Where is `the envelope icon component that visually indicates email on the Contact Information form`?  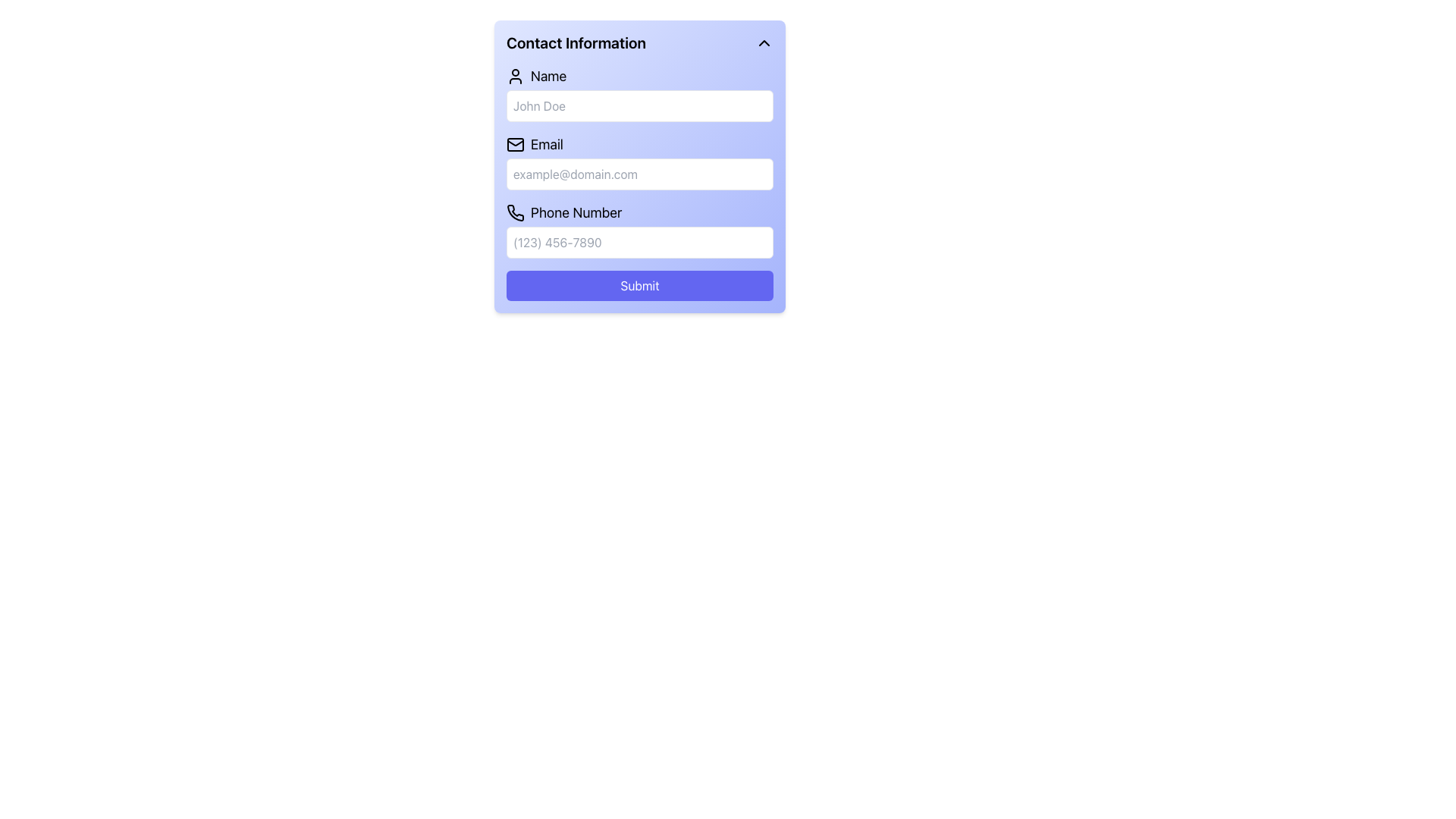 the envelope icon component that visually indicates email on the Contact Information form is located at coordinates (516, 145).